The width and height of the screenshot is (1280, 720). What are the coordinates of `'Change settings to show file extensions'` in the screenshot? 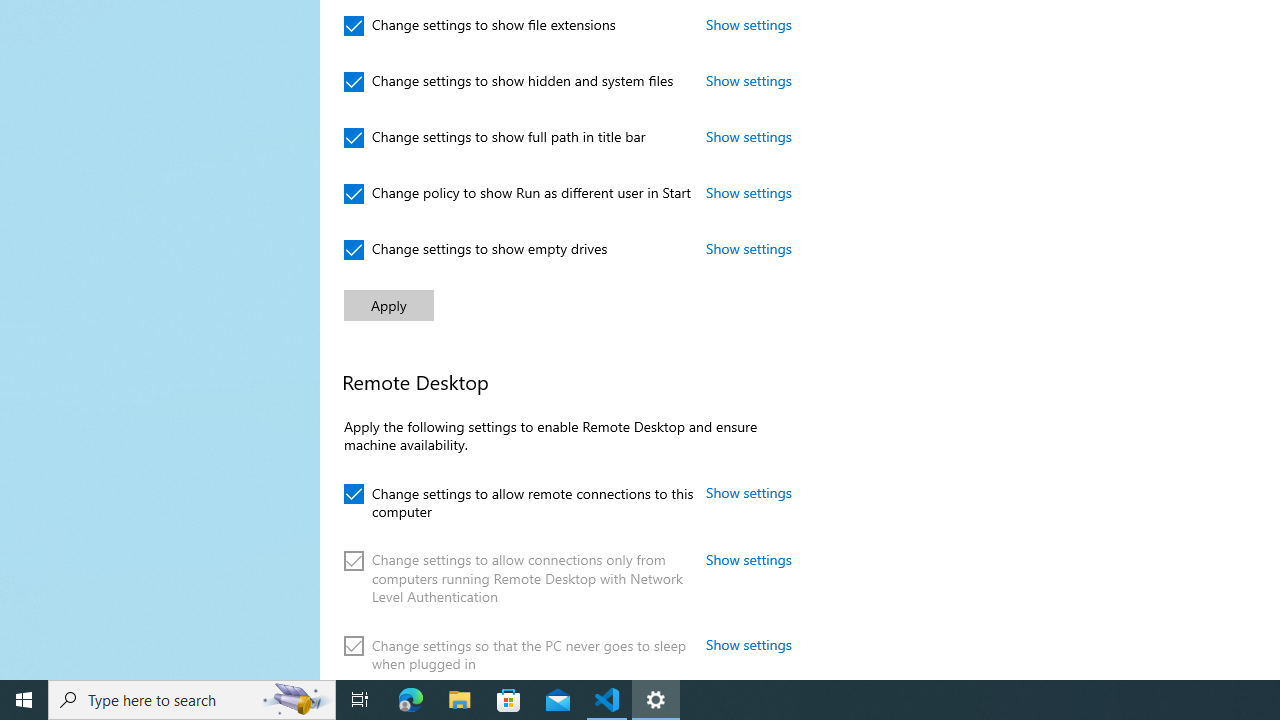 It's located at (480, 25).